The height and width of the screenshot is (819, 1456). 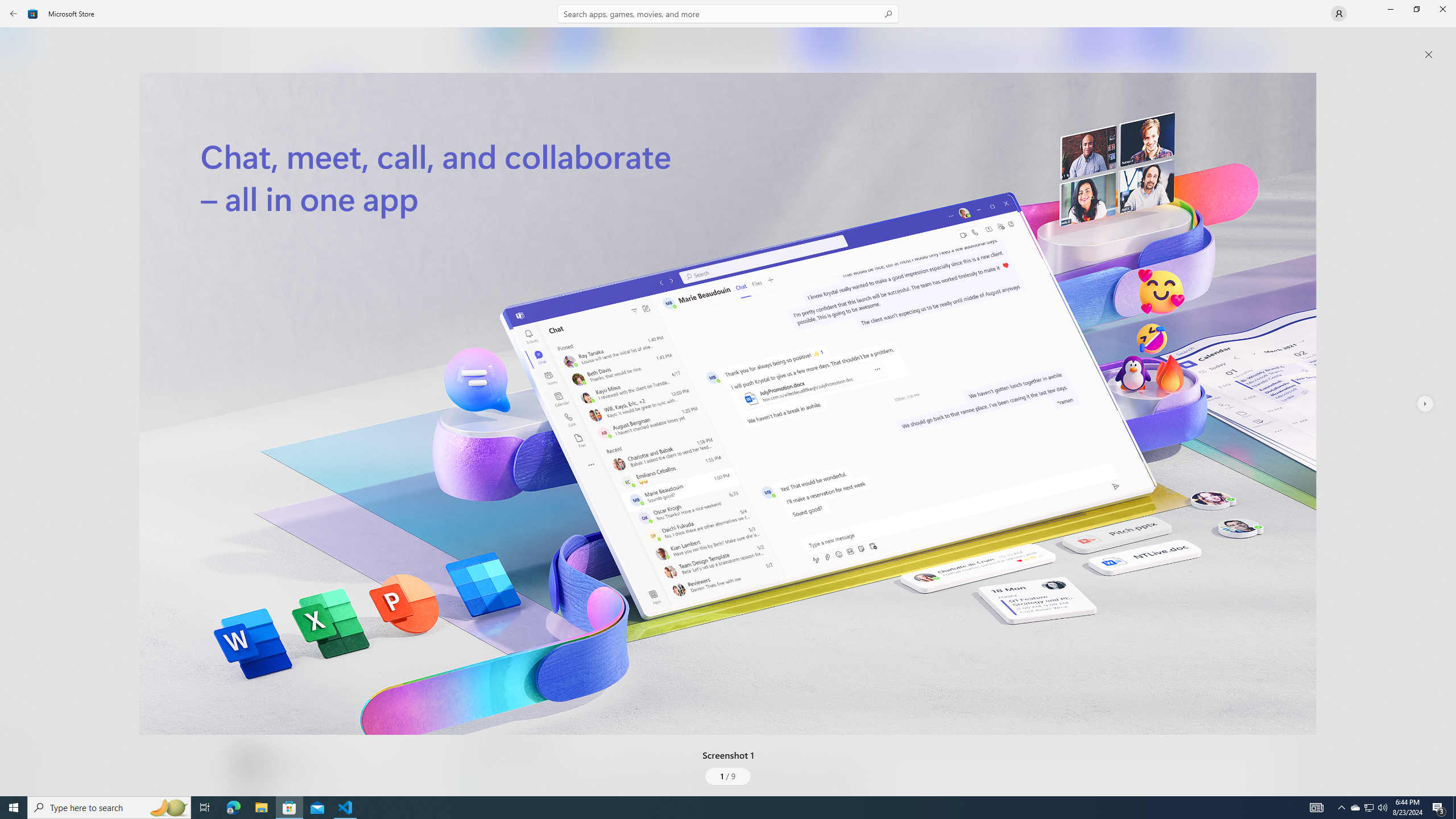 I want to click on 'Search', so click(x=728, y=13).